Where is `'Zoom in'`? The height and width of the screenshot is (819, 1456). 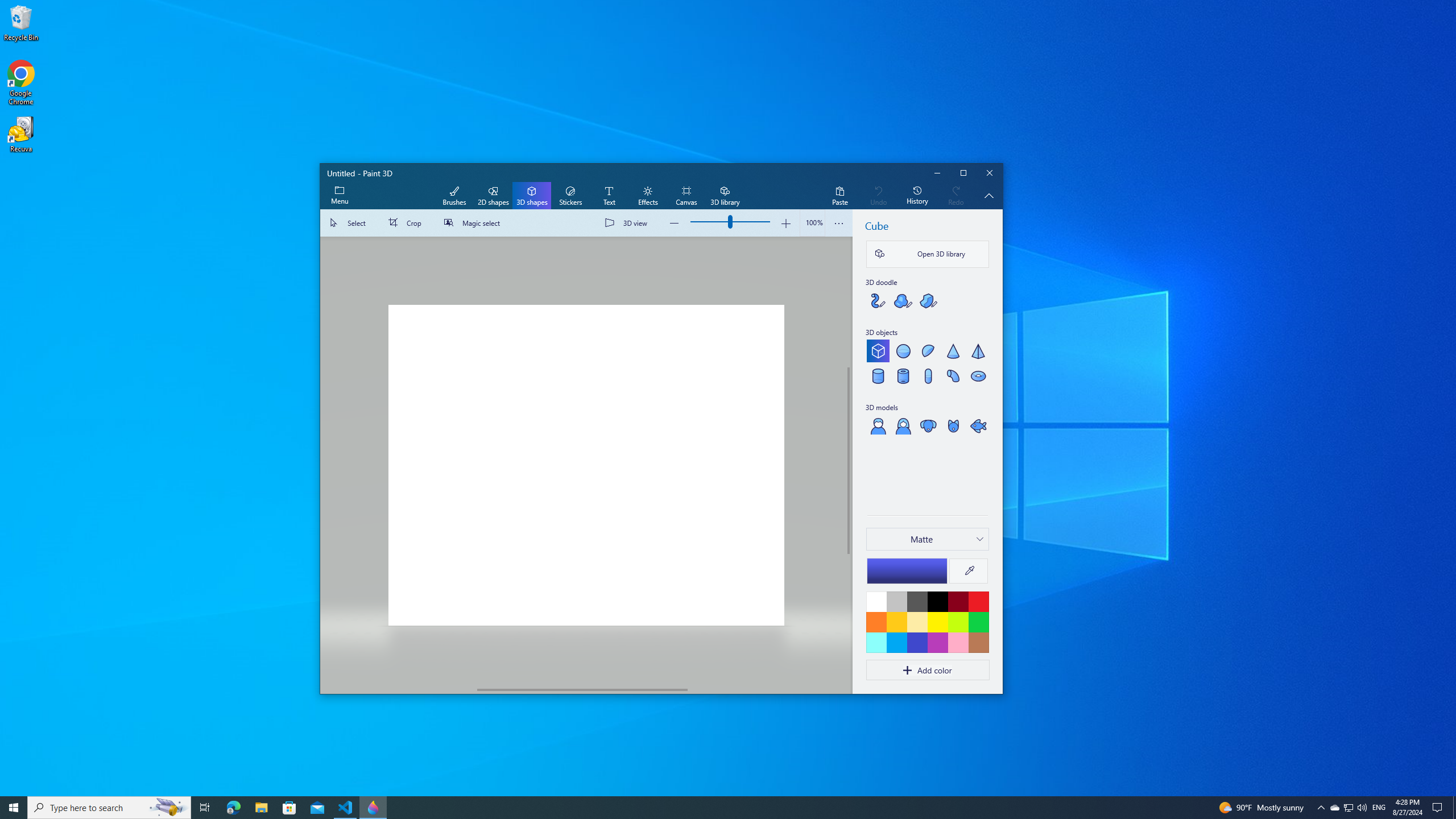 'Zoom in' is located at coordinates (785, 222).